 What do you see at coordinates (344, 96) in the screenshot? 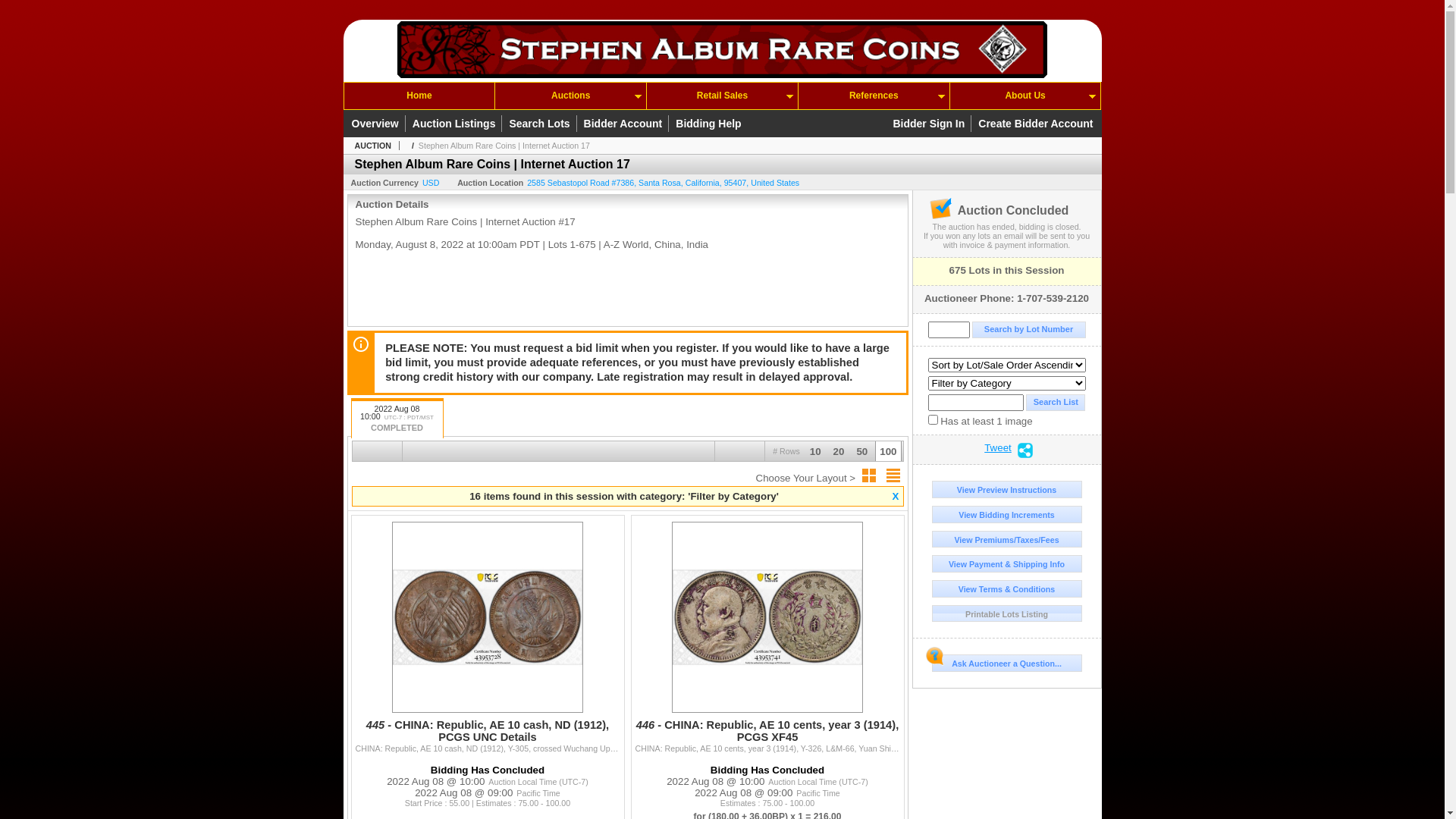
I see `'Home'` at bounding box center [344, 96].